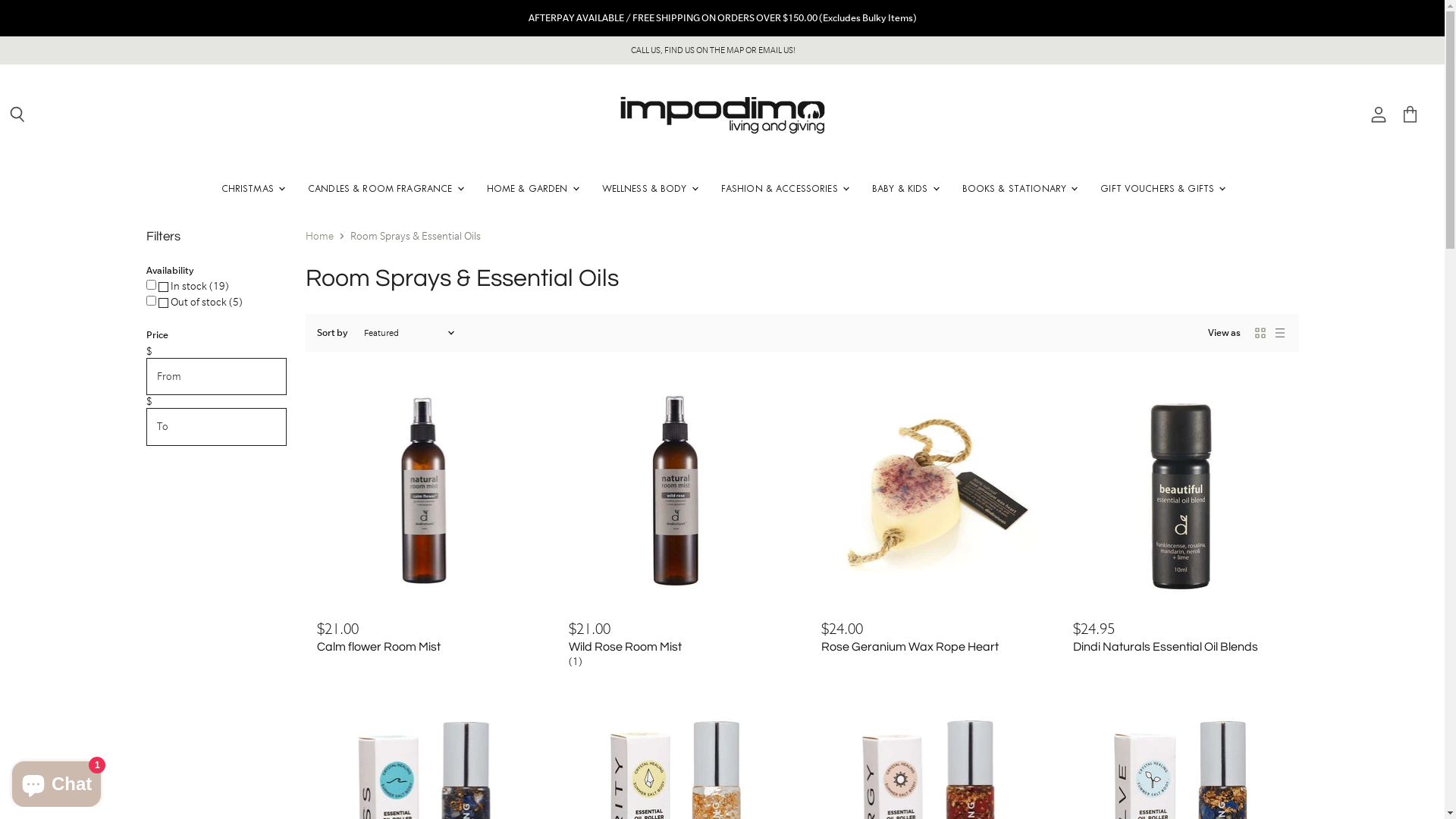 The width and height of the screenshot is (1456, 819). Describe the element at coordinates (905, 187) in the screenshot. I see `'BABY & KIDS'` at that location.